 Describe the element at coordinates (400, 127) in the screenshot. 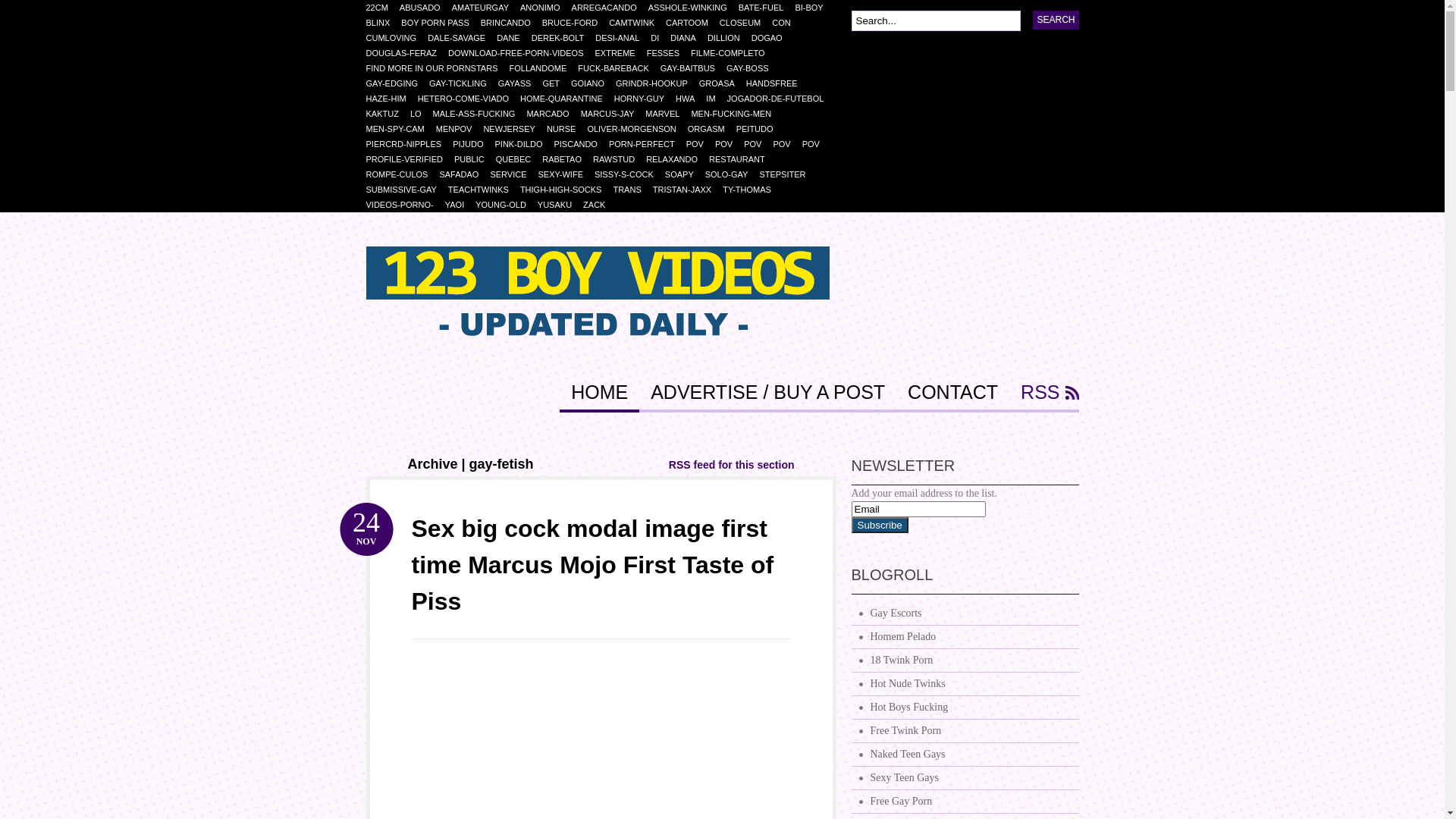

I see `'MEN-SPY-CAM'` at that location.